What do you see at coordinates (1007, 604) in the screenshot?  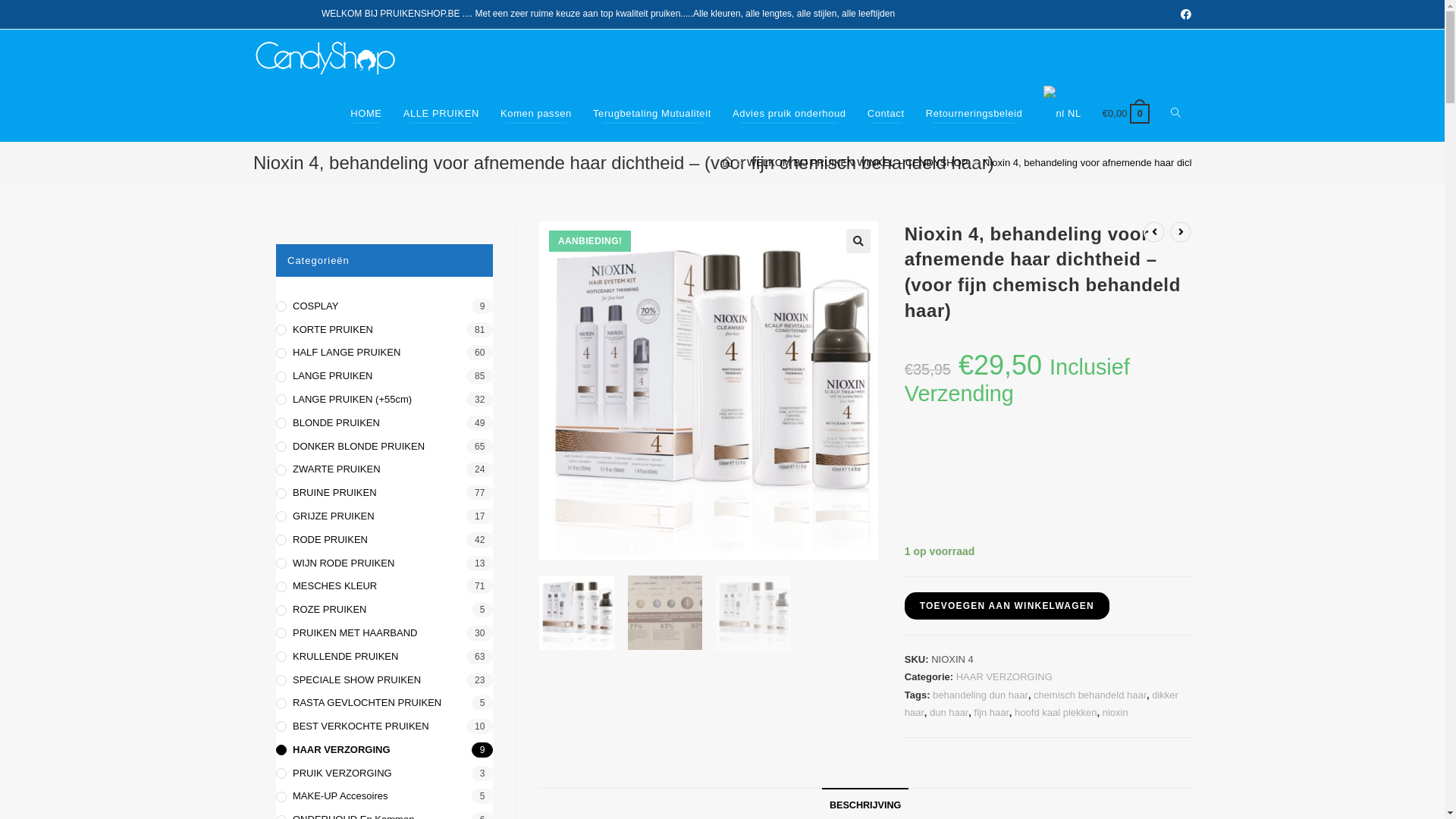 I see `'TOEVOEGEN AAN WINKELWAGEN'` at bounding box center [1007, 604].